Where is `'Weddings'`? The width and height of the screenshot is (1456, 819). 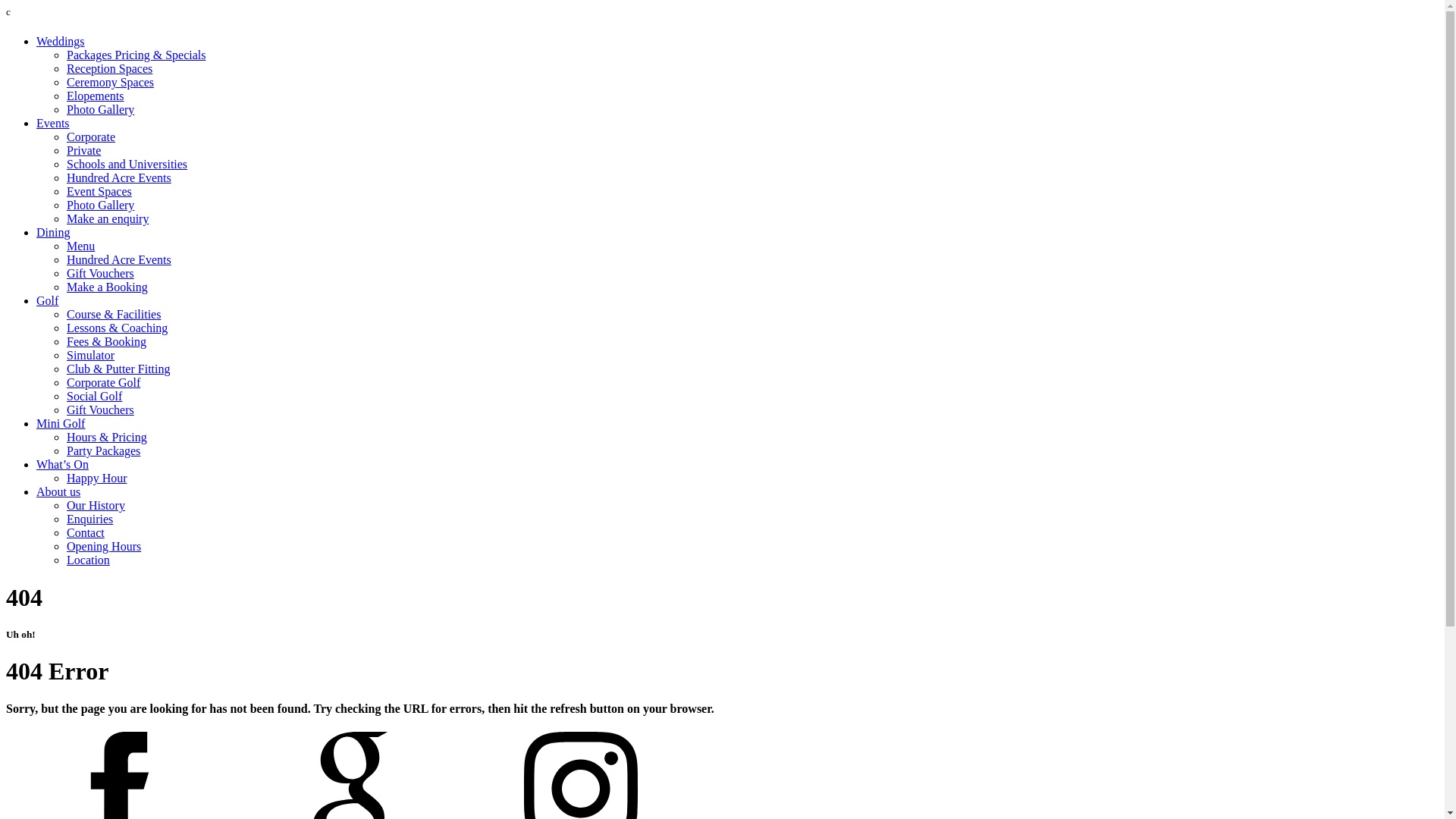 'Weddings' is located at coordinates (61, 40).